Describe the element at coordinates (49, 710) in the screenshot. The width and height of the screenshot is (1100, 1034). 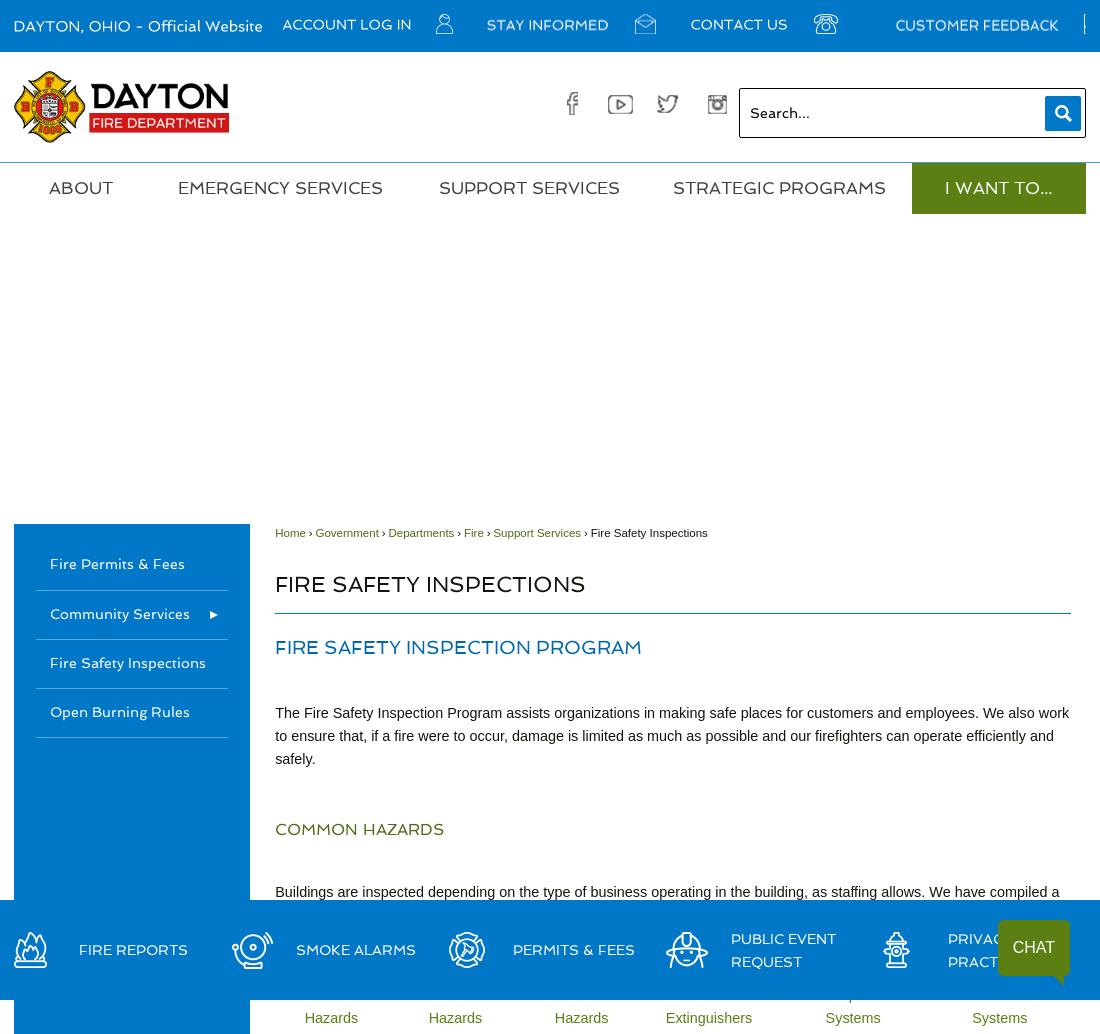
I see `'Open Burning Rules'` at that location.